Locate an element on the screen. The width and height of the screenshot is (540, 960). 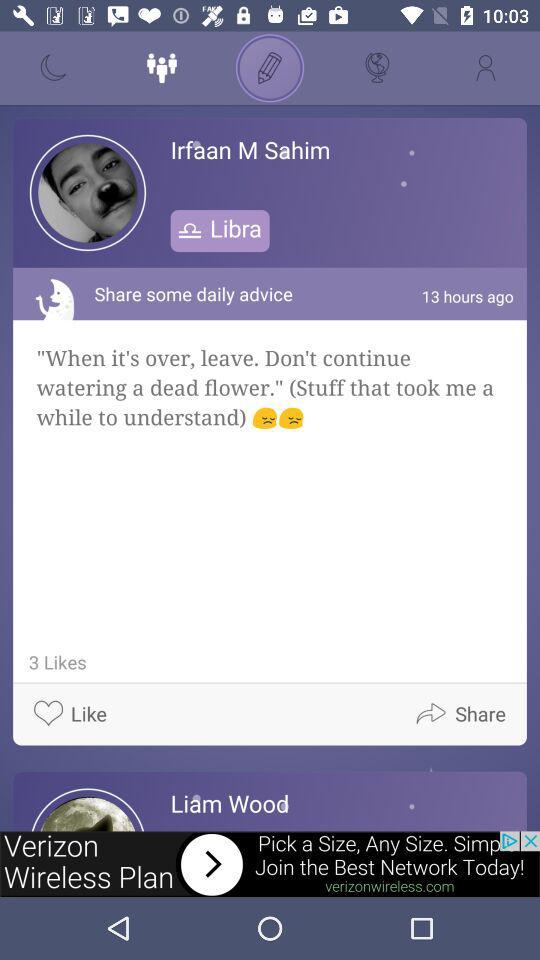
link to advertisement is located at coordinates (270, 863).